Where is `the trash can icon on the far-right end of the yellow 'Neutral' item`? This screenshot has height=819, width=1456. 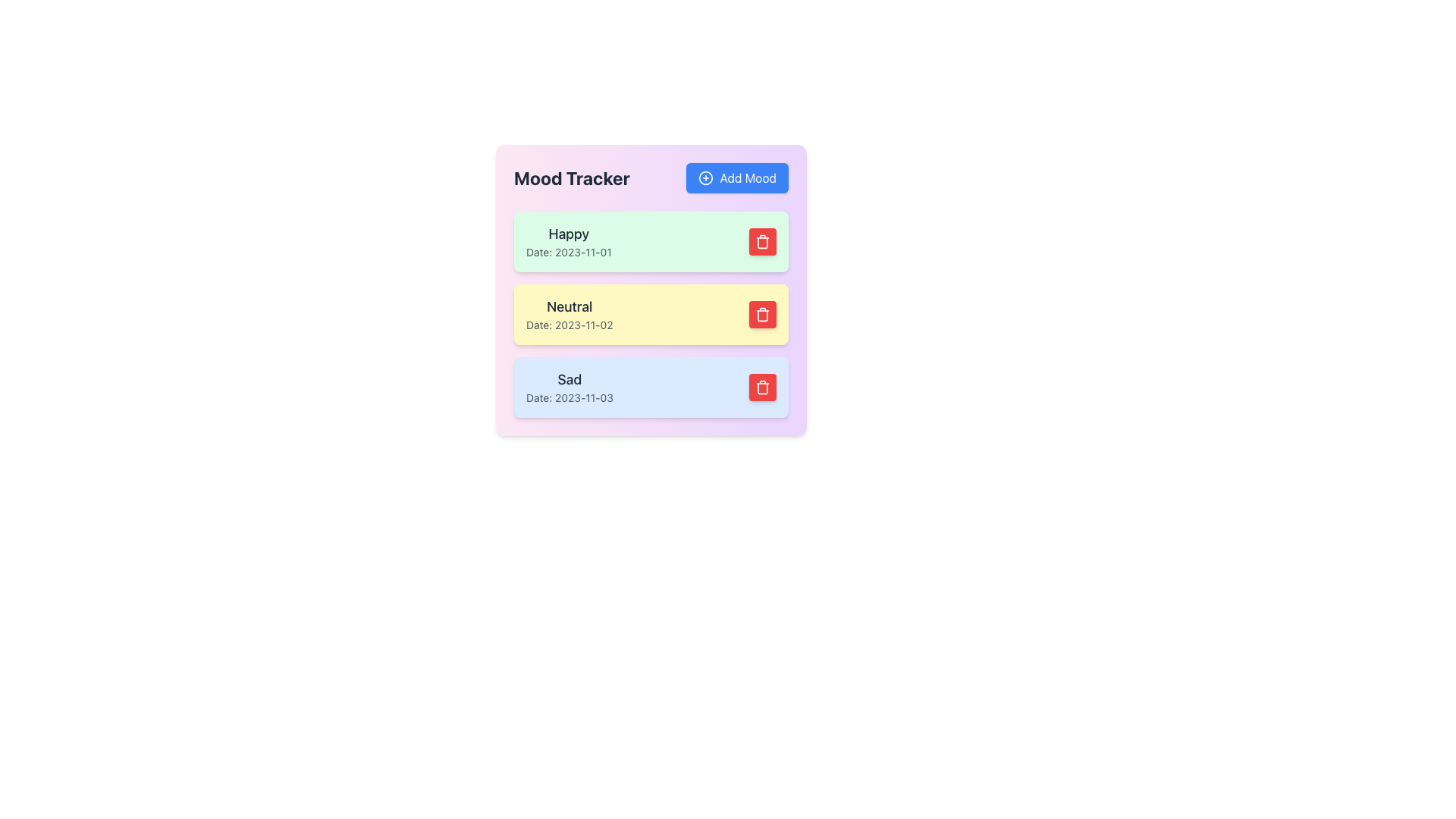
the trash can icon on the far-right end of the yellow 'Neutral' item is located at coordinates (763, 314).